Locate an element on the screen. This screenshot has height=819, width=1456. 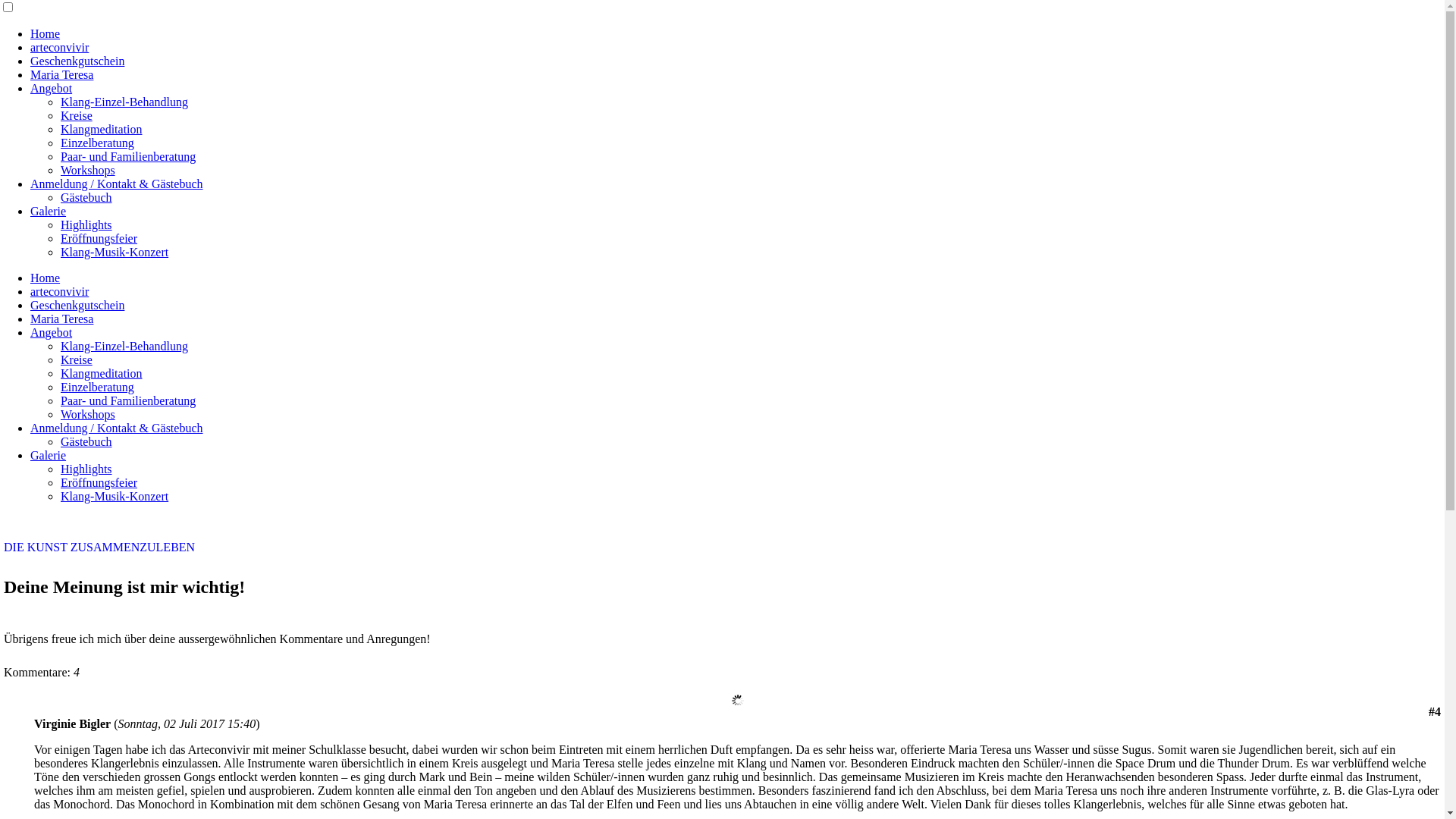
'Home' is located at coordinates (45, 278).